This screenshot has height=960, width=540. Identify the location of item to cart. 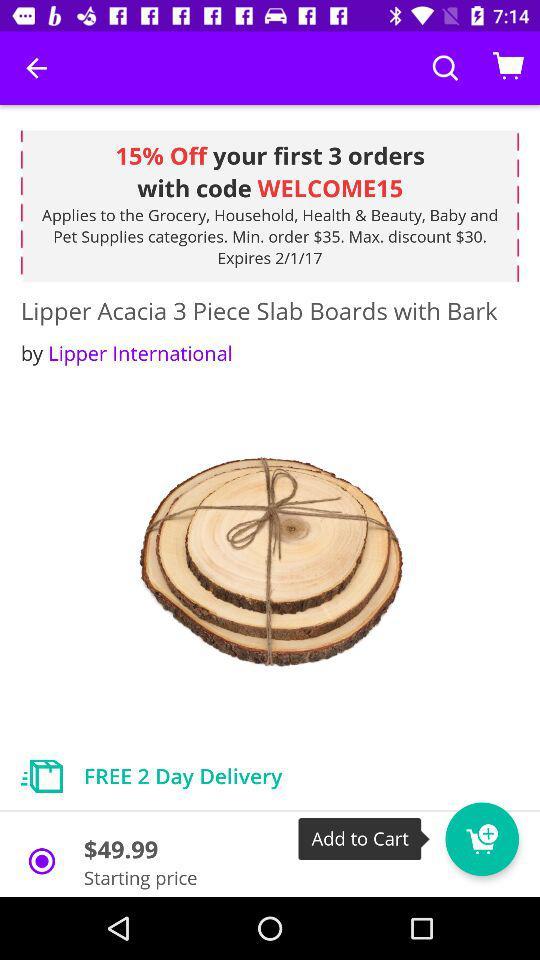
(481, 839).